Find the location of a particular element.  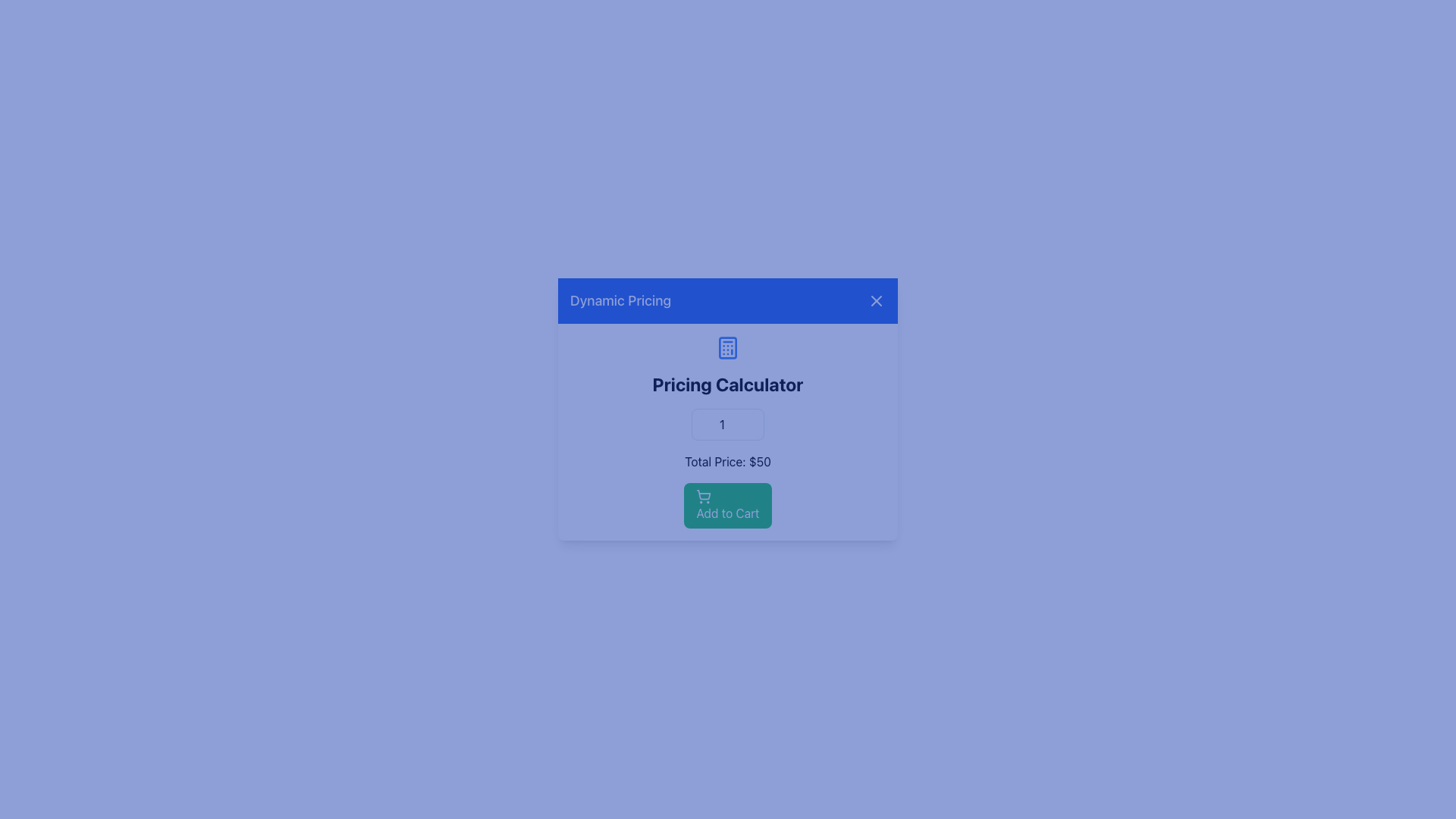

the 'Add to Cart' button located below the text 'Total Price: $50' in the e-commerce interface is located at coordinates (728, 506).